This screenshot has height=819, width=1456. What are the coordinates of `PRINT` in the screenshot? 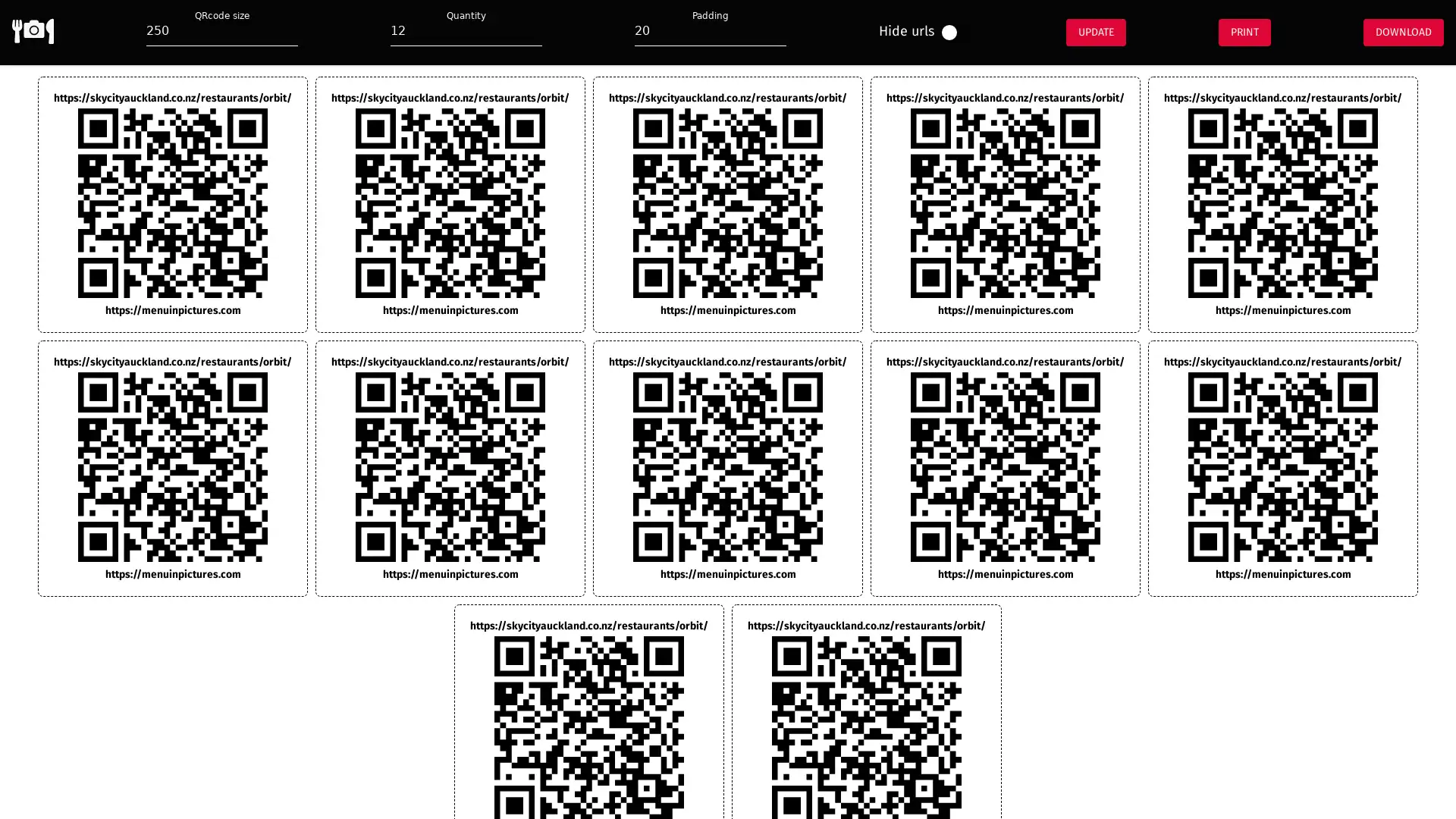 It's located at (1244, 32).